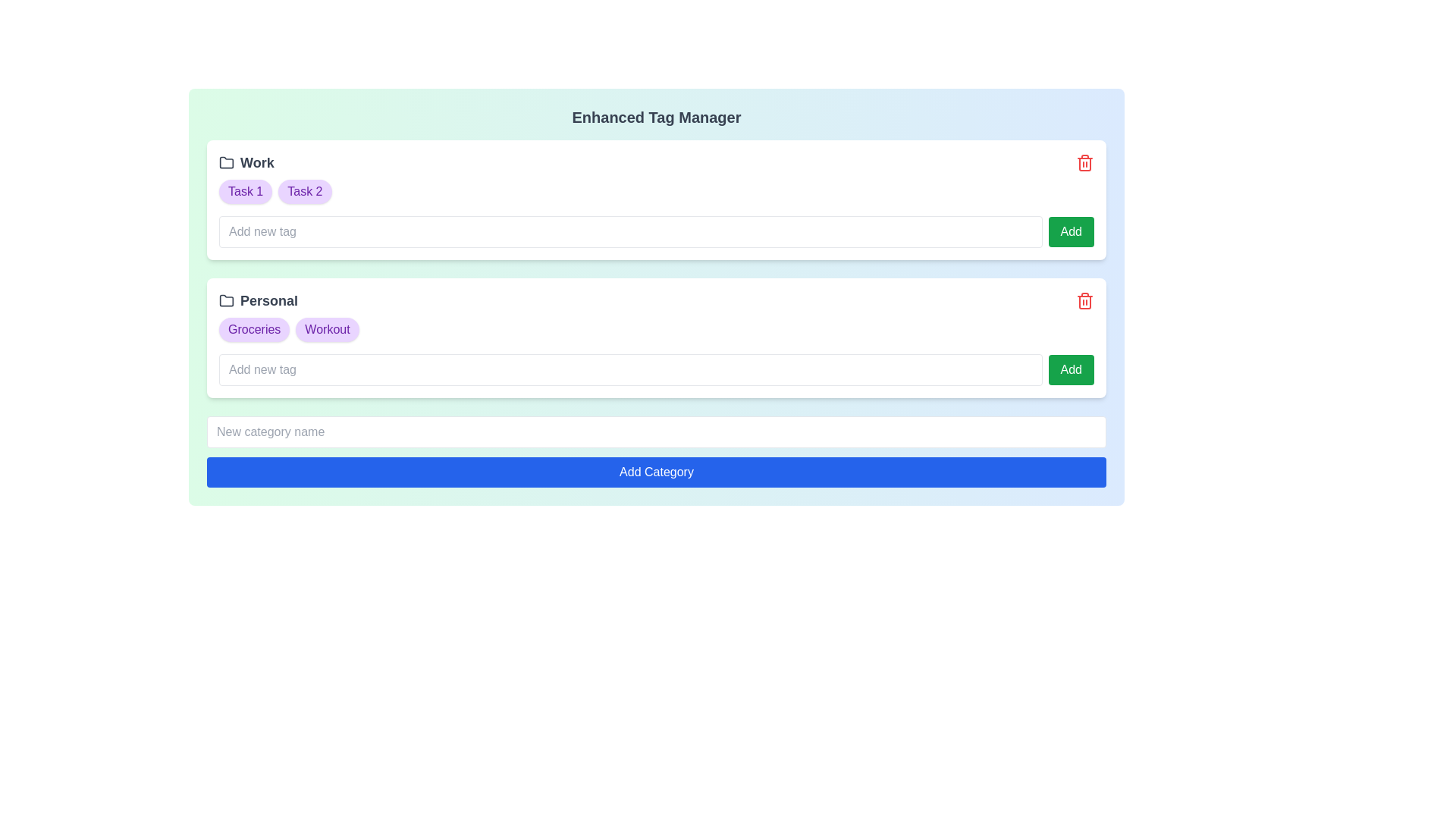 This screenshot has height=819, width=1456. What do you see at coordinates (225, 163) in the screenshot?
I see `the 'Work' section icon, which is located to the left of the text 'Work' in the header` at bounding box center [225, 163].